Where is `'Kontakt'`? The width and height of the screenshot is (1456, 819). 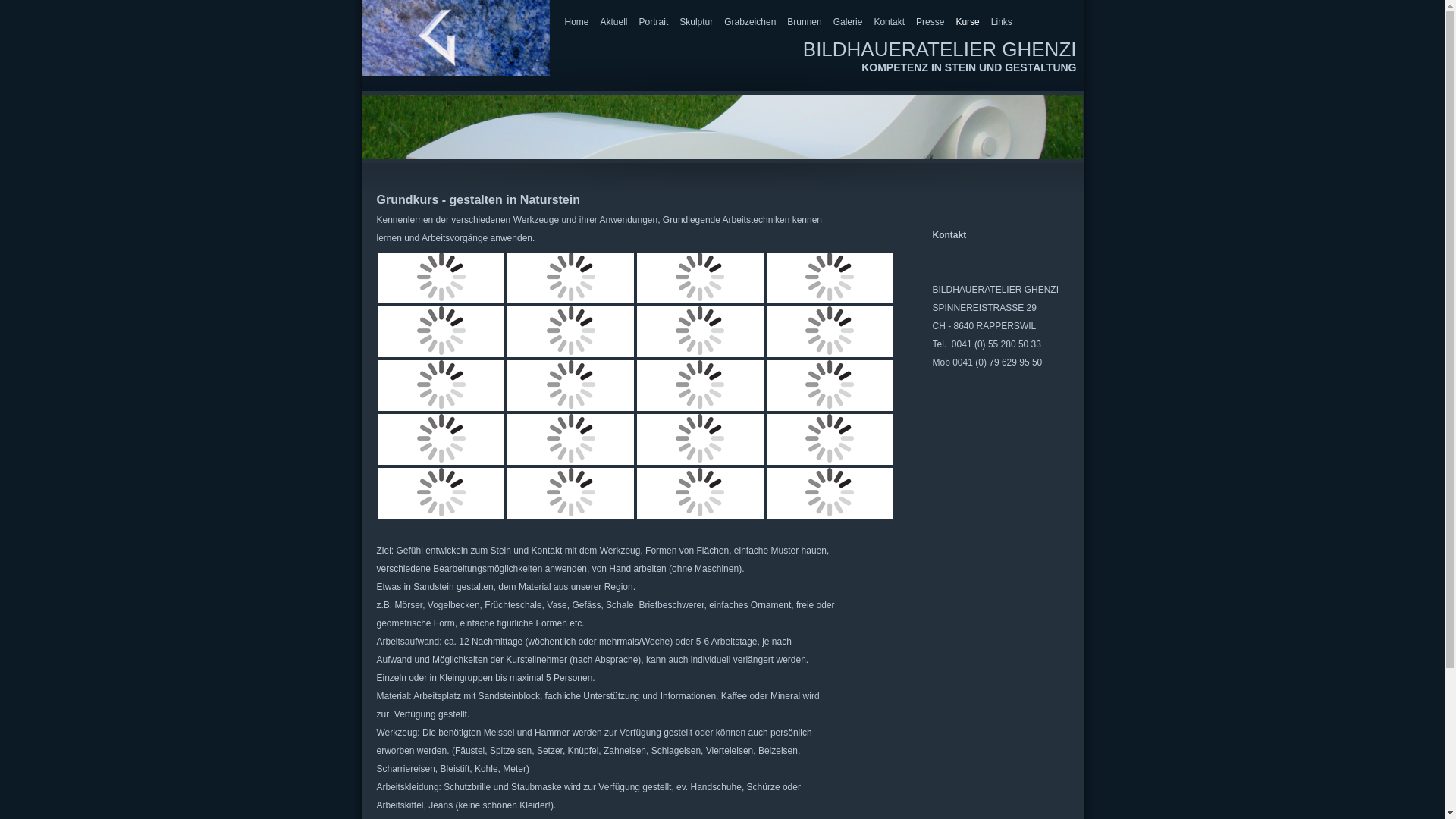 'Kontakt' is located at coordinates (874, 22).